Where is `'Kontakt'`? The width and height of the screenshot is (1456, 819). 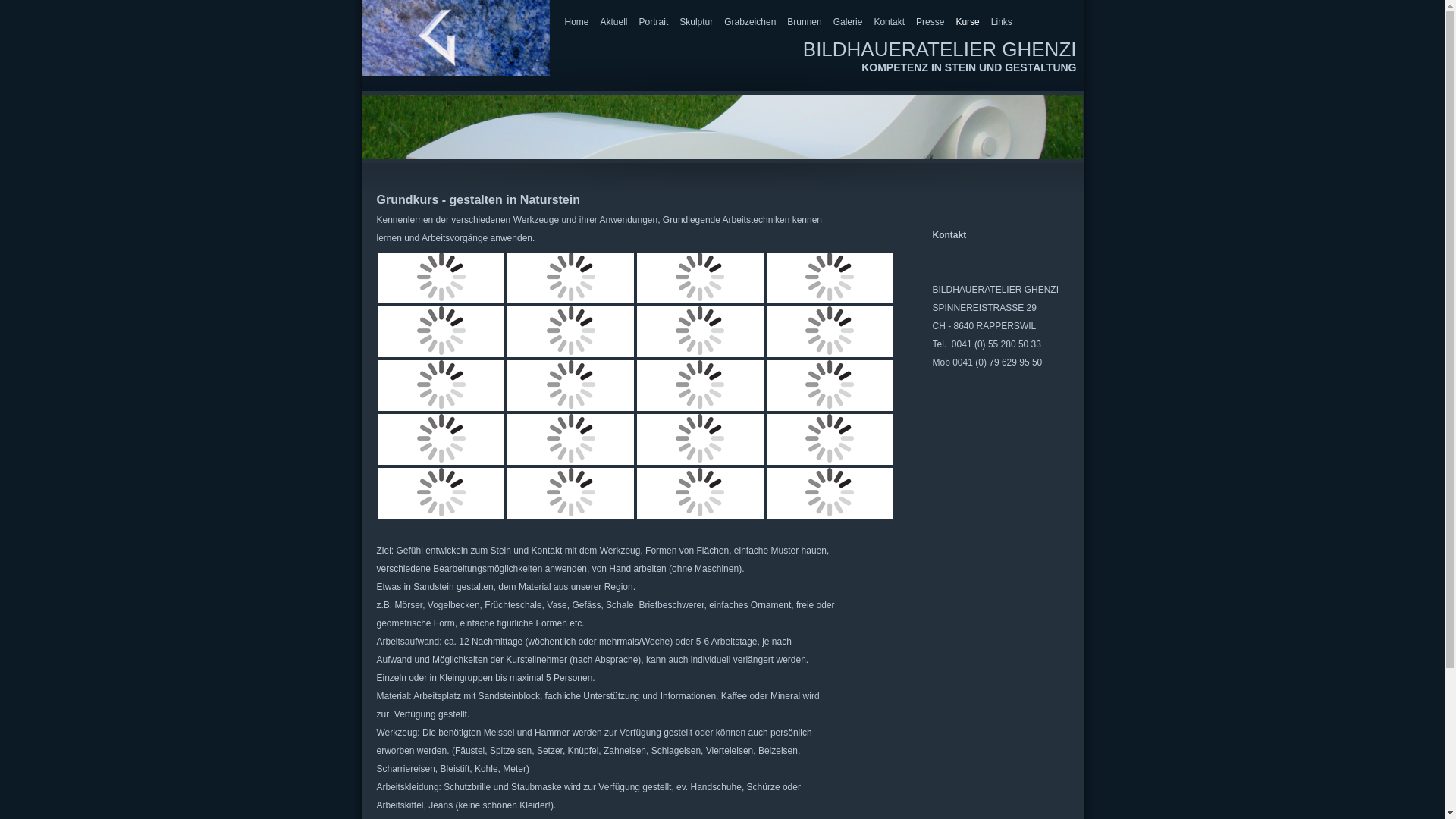 'Kontakt' is located at coordinates (874, 22).